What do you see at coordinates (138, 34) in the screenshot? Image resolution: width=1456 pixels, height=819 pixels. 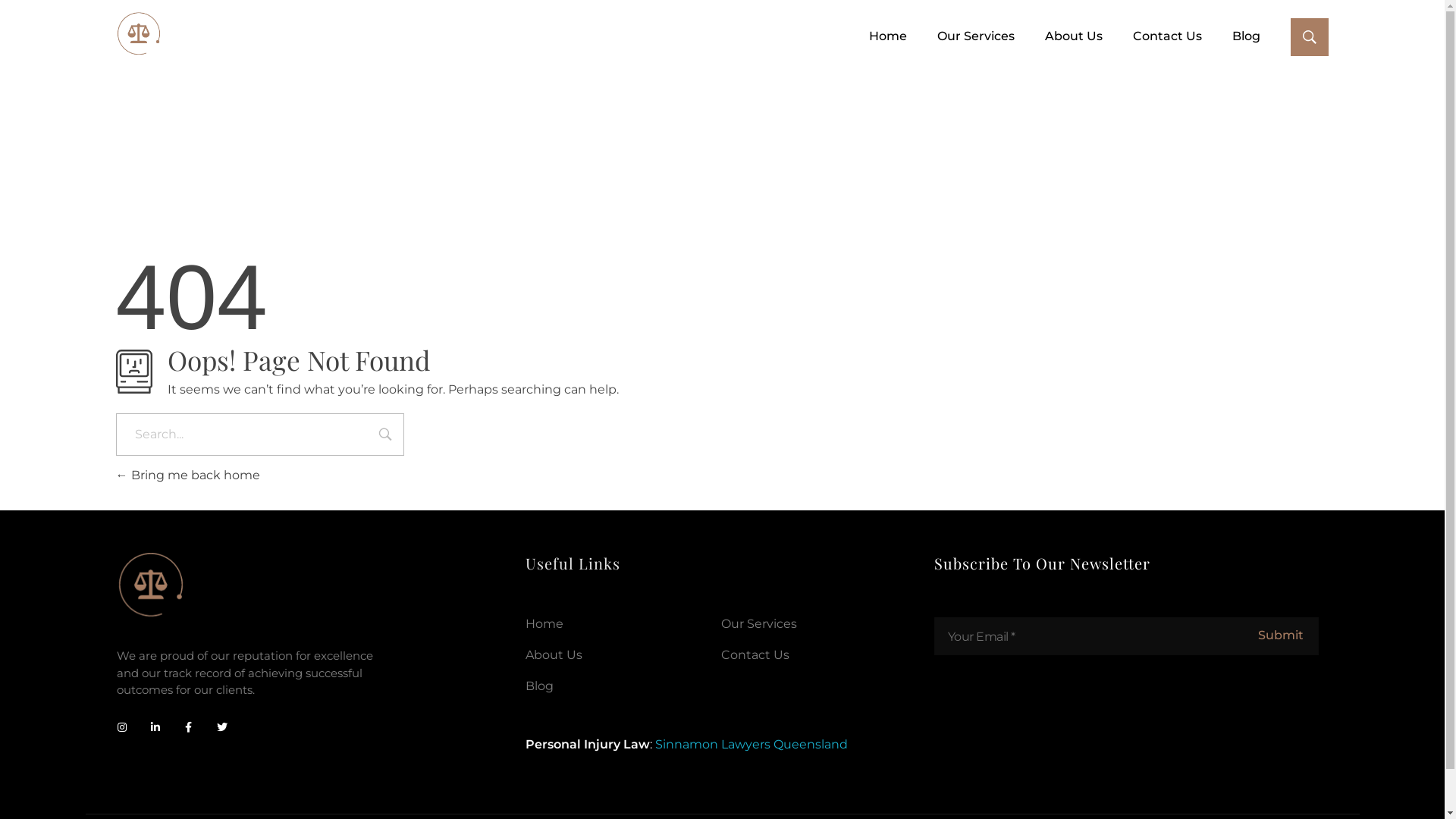 I see `'Business and Family Law'` at bounding box center [138, 34].